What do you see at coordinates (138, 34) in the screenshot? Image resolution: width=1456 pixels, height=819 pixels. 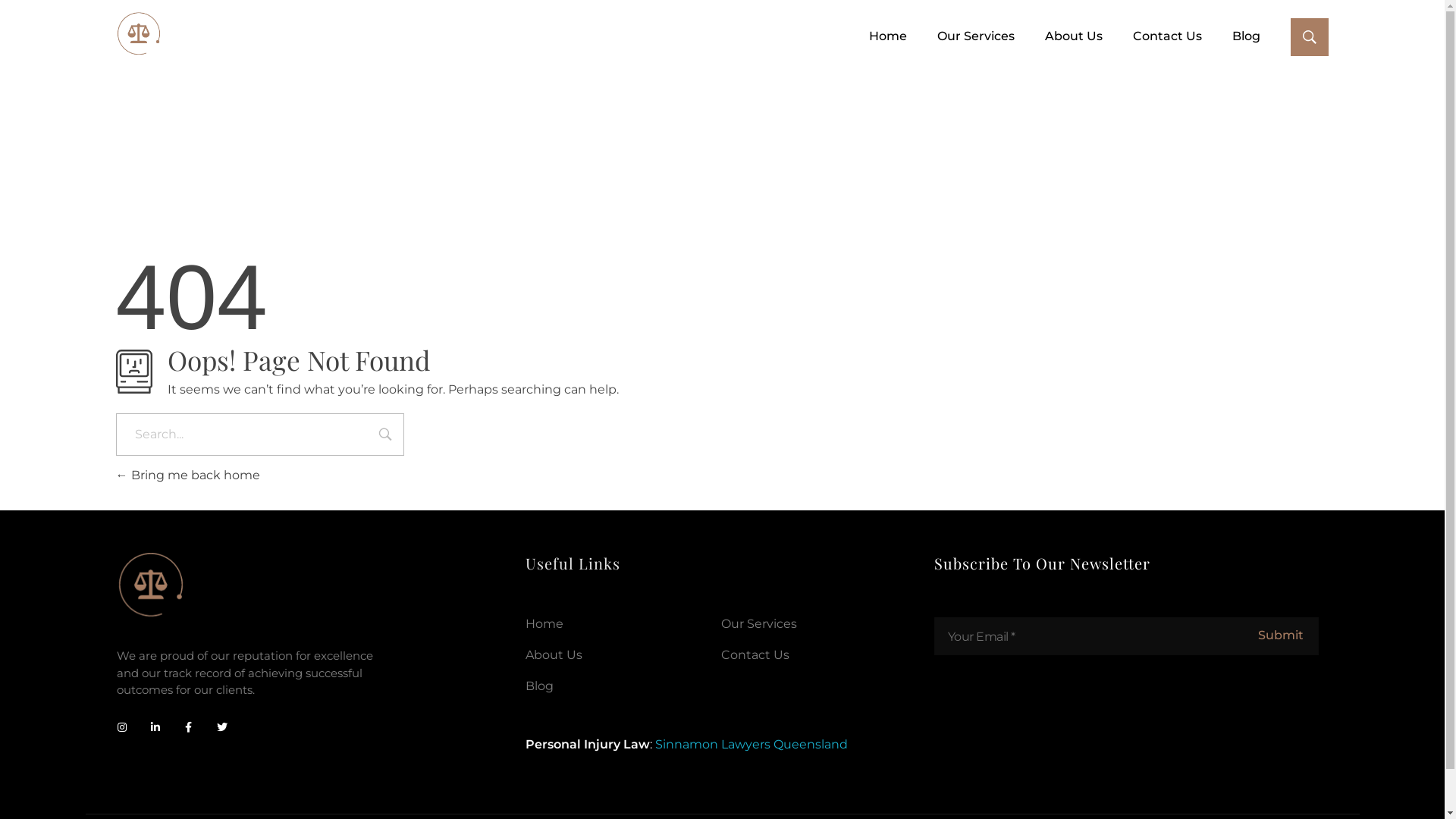 I see `'Business and Family Law'` at bounding box center [138, 34].